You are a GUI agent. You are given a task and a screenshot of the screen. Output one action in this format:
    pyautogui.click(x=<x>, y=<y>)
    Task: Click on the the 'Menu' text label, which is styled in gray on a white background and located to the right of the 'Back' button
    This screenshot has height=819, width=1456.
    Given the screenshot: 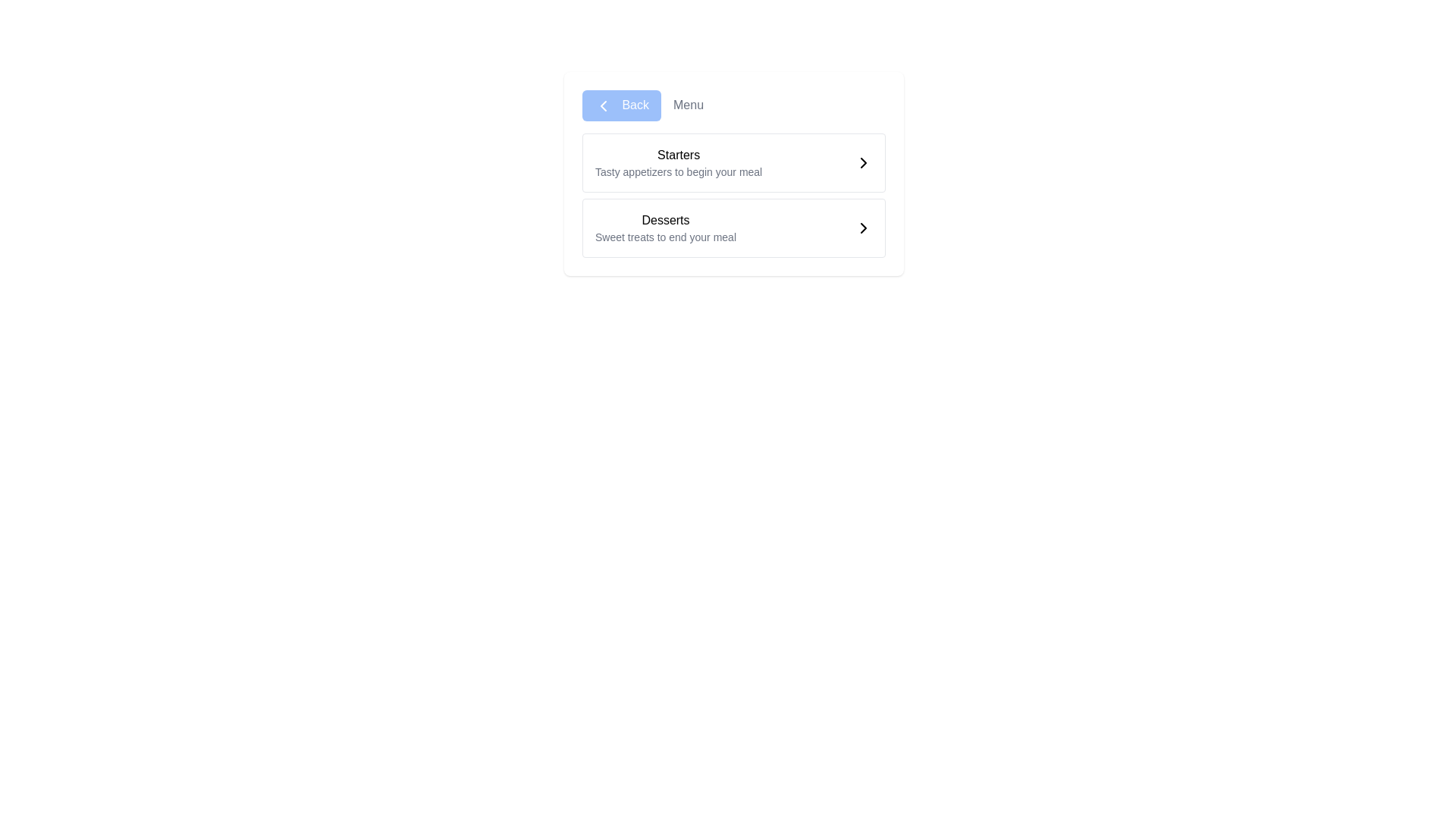 What is the action you would take?
    pyautogui.click(x=687, y=105)
    